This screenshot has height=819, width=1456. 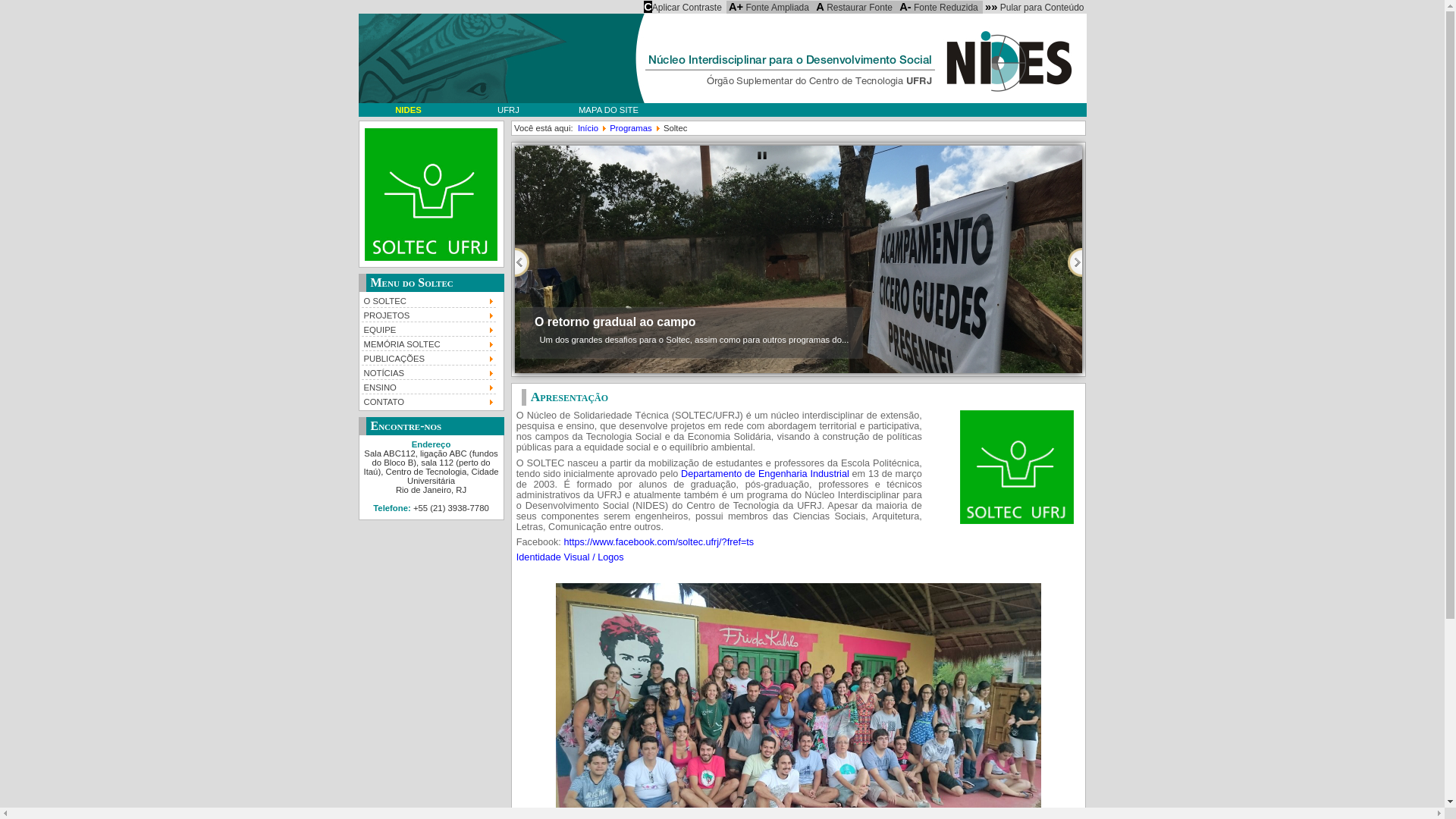 What do you see at coordinates (630, 127) in the screenshot?
I see `'Programas'` at bounding box center [630, 127].